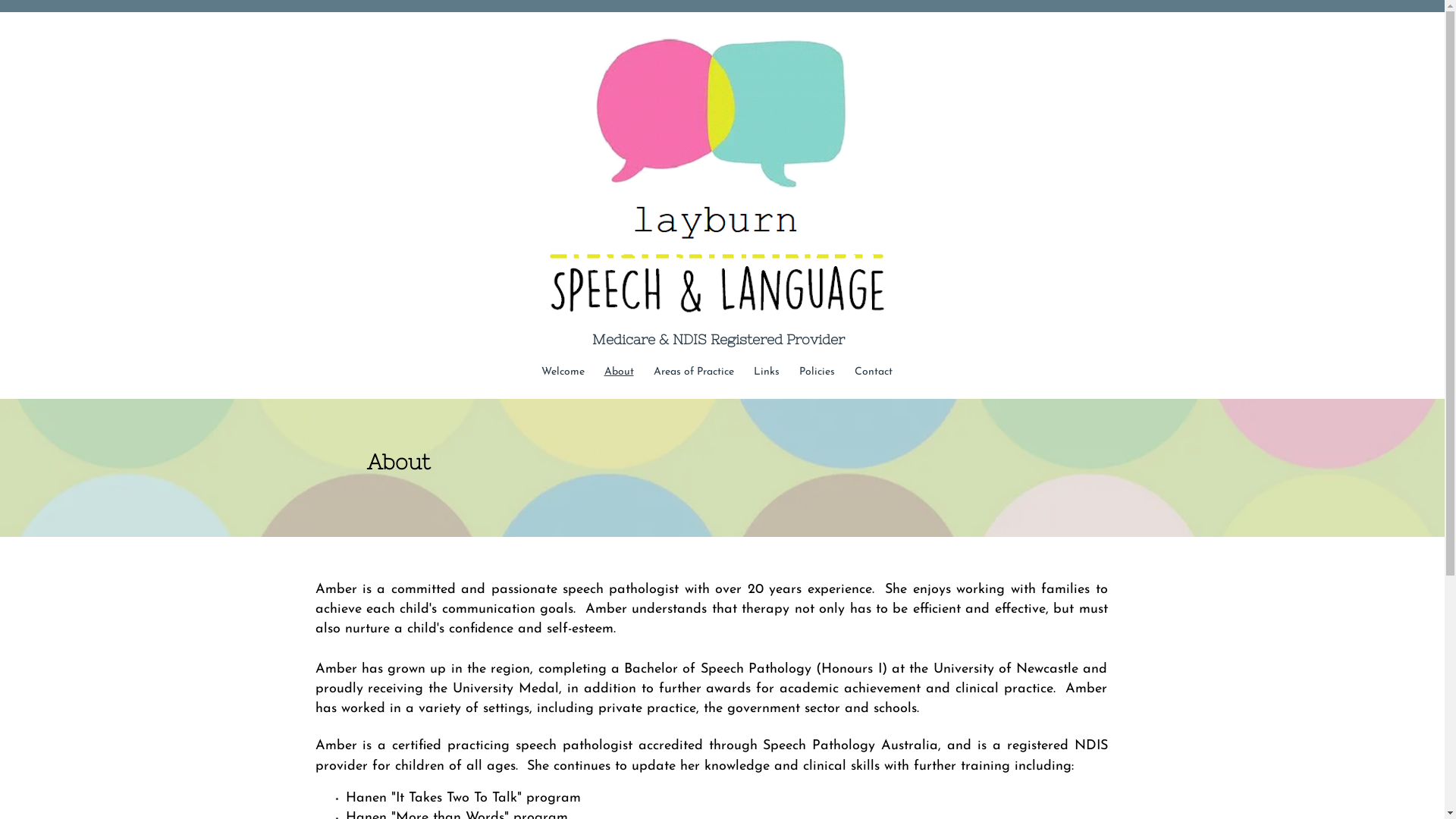  Describe the element at coordinates (874, 372) in the screenshot. I see `'Contact'` at that location.